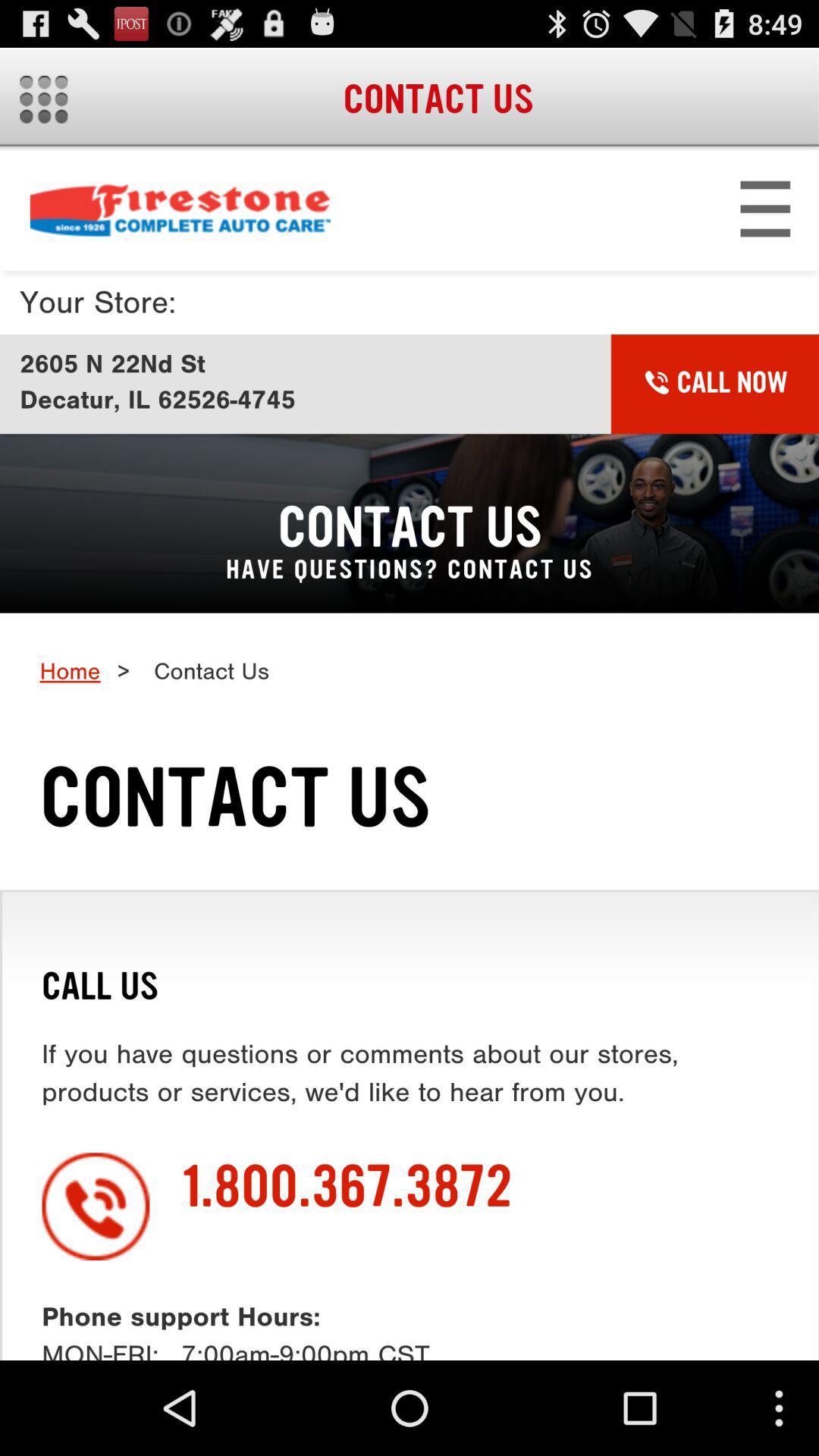 The height and width of the screenshot is (1456, 819). What do you see at coordinates (409, 755) in the screenshot?
I see `reach us via` at bounding box center [409, 755].